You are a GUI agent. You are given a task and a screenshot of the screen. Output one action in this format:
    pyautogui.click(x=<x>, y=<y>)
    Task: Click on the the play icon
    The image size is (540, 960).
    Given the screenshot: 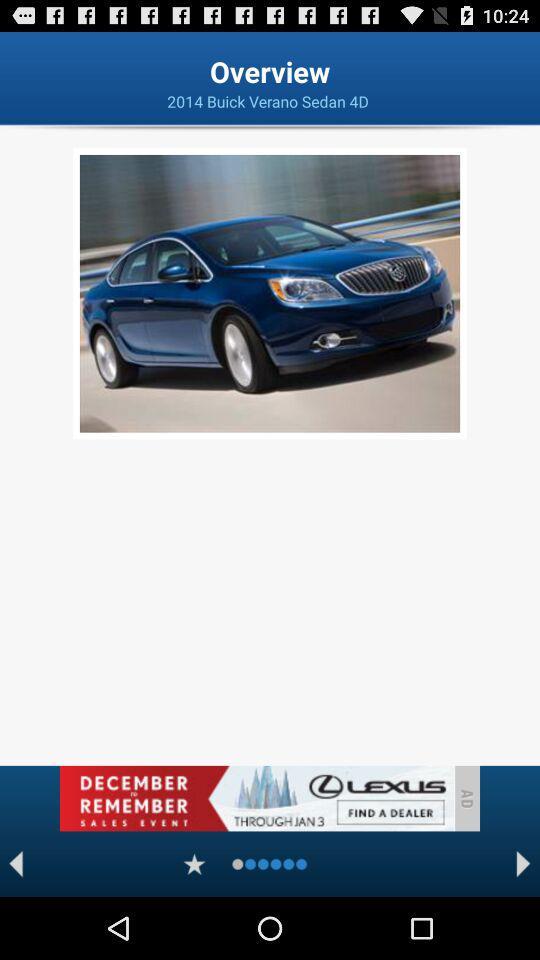 What is the action you would take?
    pyautogui.click(x=523, y=924)
    